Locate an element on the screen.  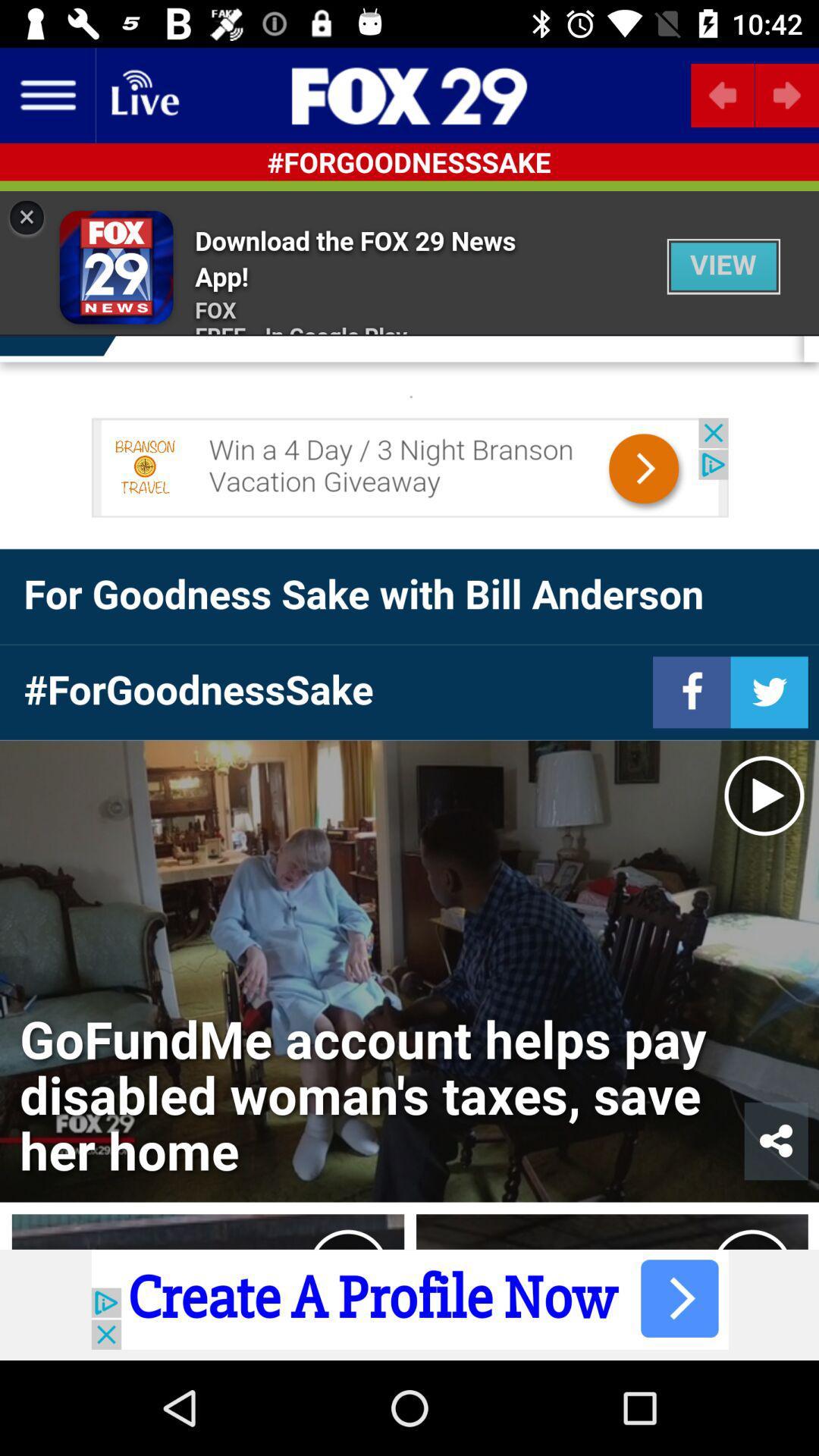
the sliders icon is located at coordinates (409, 94).